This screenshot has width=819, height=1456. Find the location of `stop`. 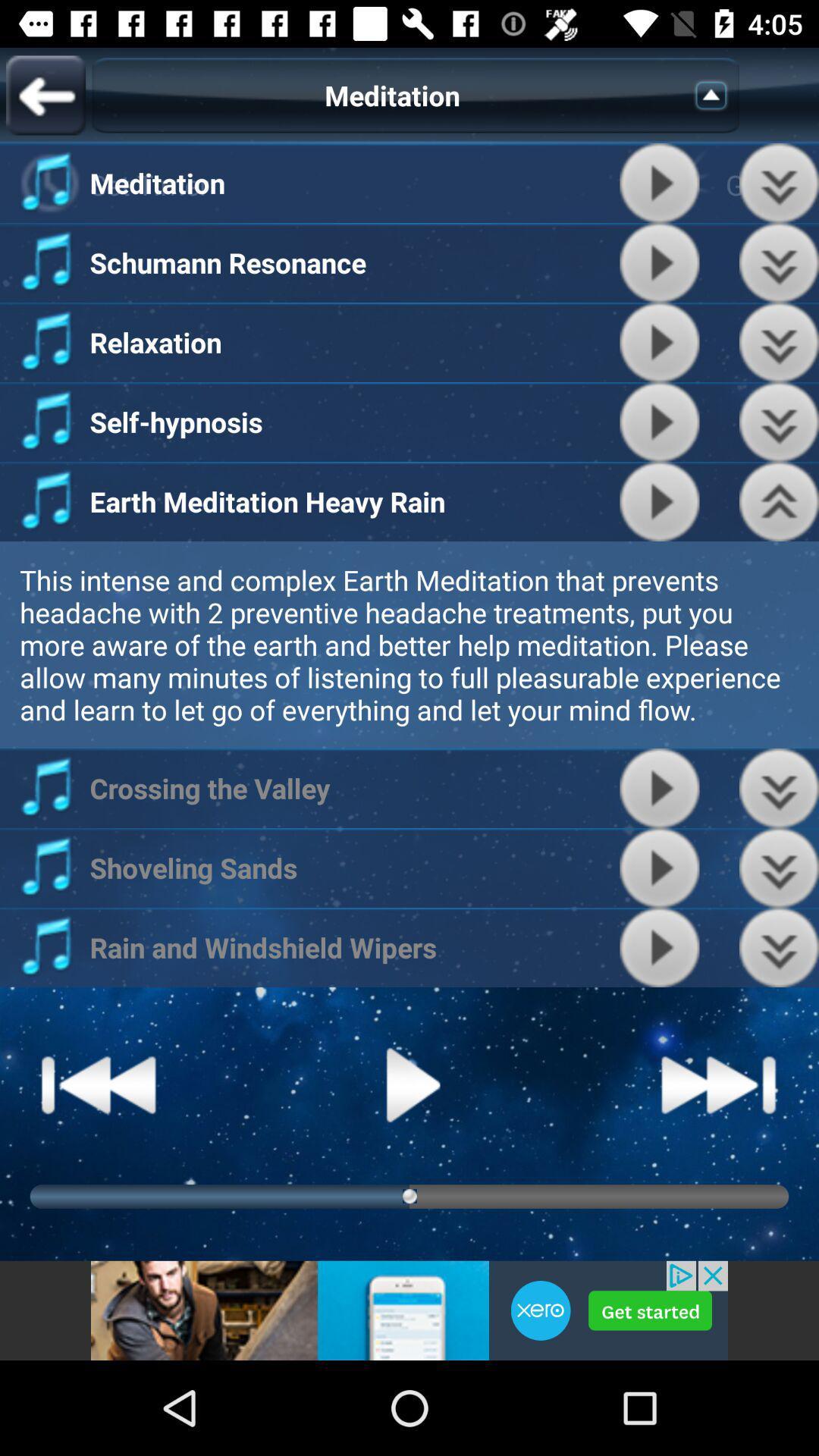

stop is located at coordinates (659, 946).